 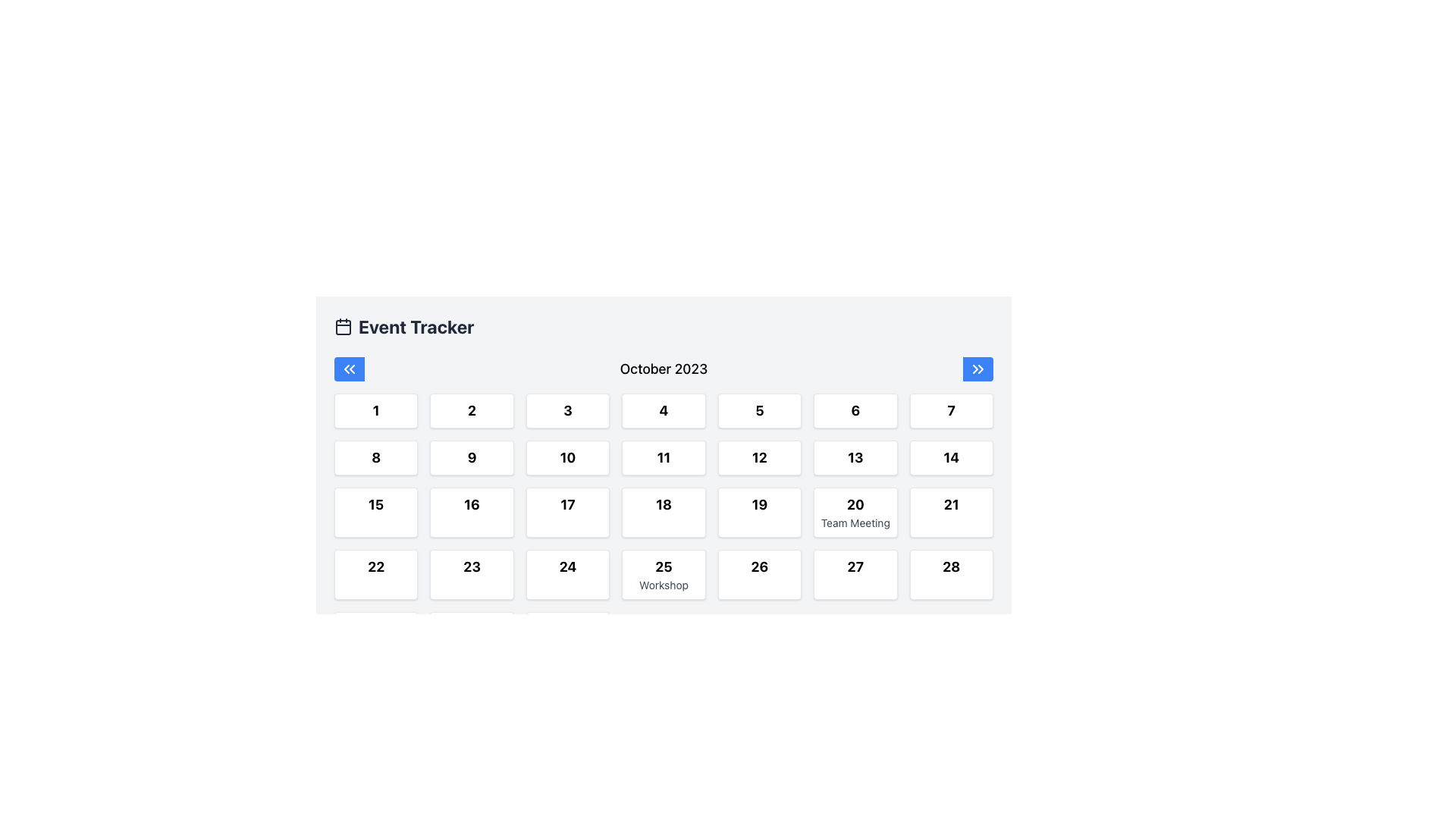 I want to click on the square button-like component with the bold number '2' in black, which is part of the calendar interface in the Event Tracker for October 2023, so click(x=471, y=411).